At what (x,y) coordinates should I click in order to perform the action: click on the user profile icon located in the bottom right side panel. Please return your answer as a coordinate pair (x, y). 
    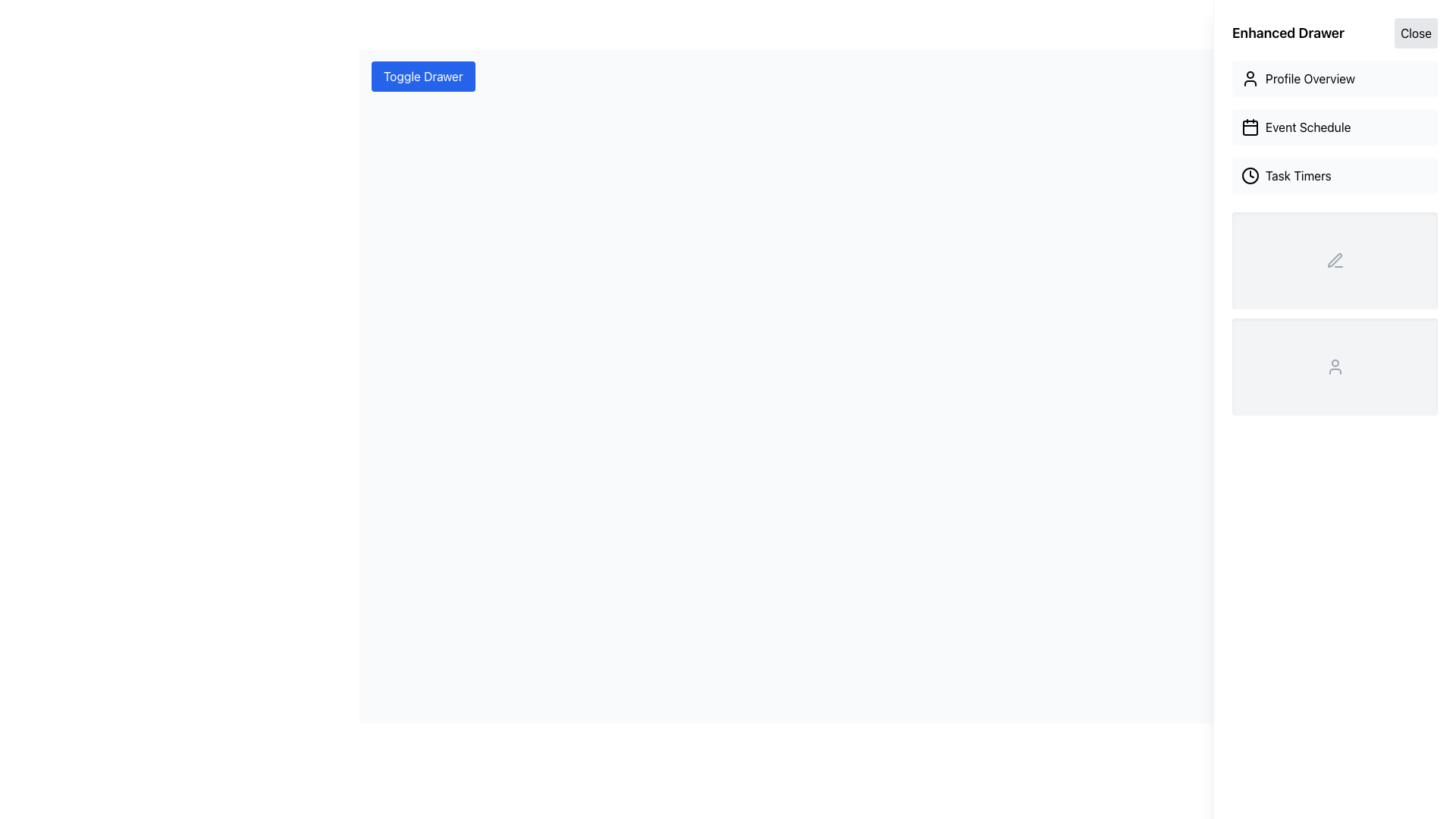
    Looking at the image, I should click on (1335, 366).